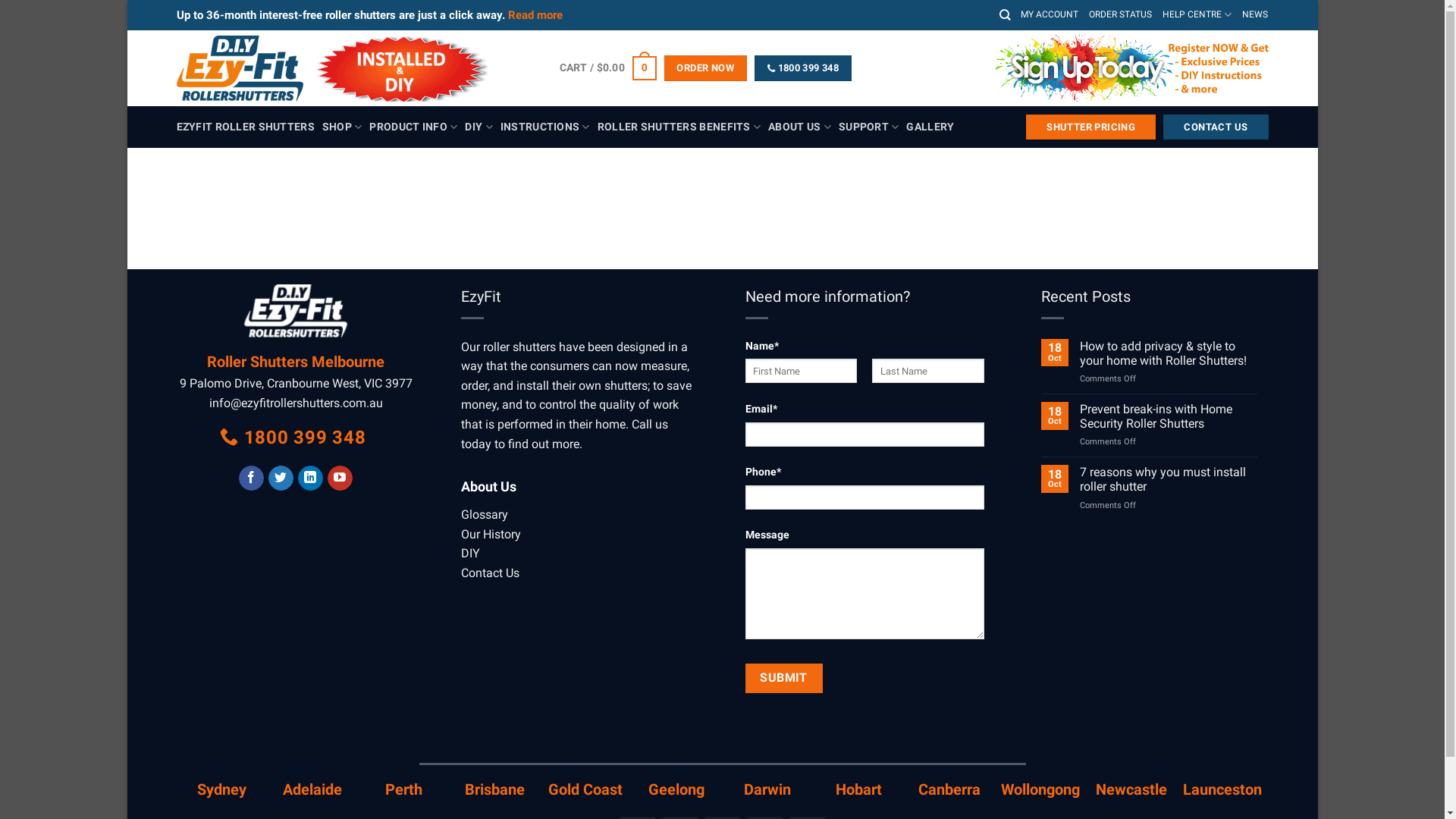 The width and height of the screenshot is (1456, 819). I want to click on 'Prevent break-ins with Home Security Roller Shutters', so click(1167, 416).